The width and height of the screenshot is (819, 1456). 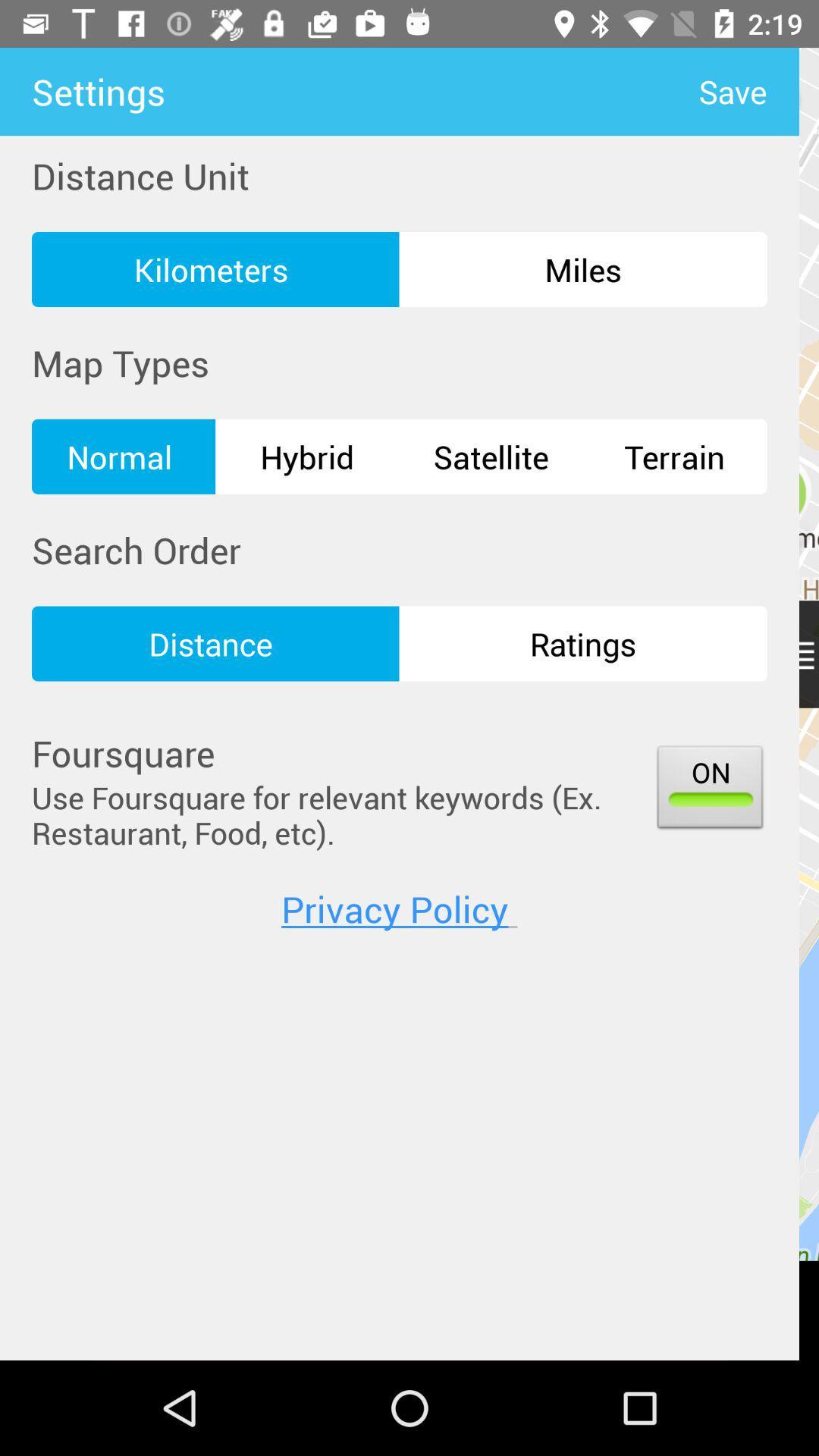 I want to click on the icon next to the satellite icon, so click(x=307, y=456).